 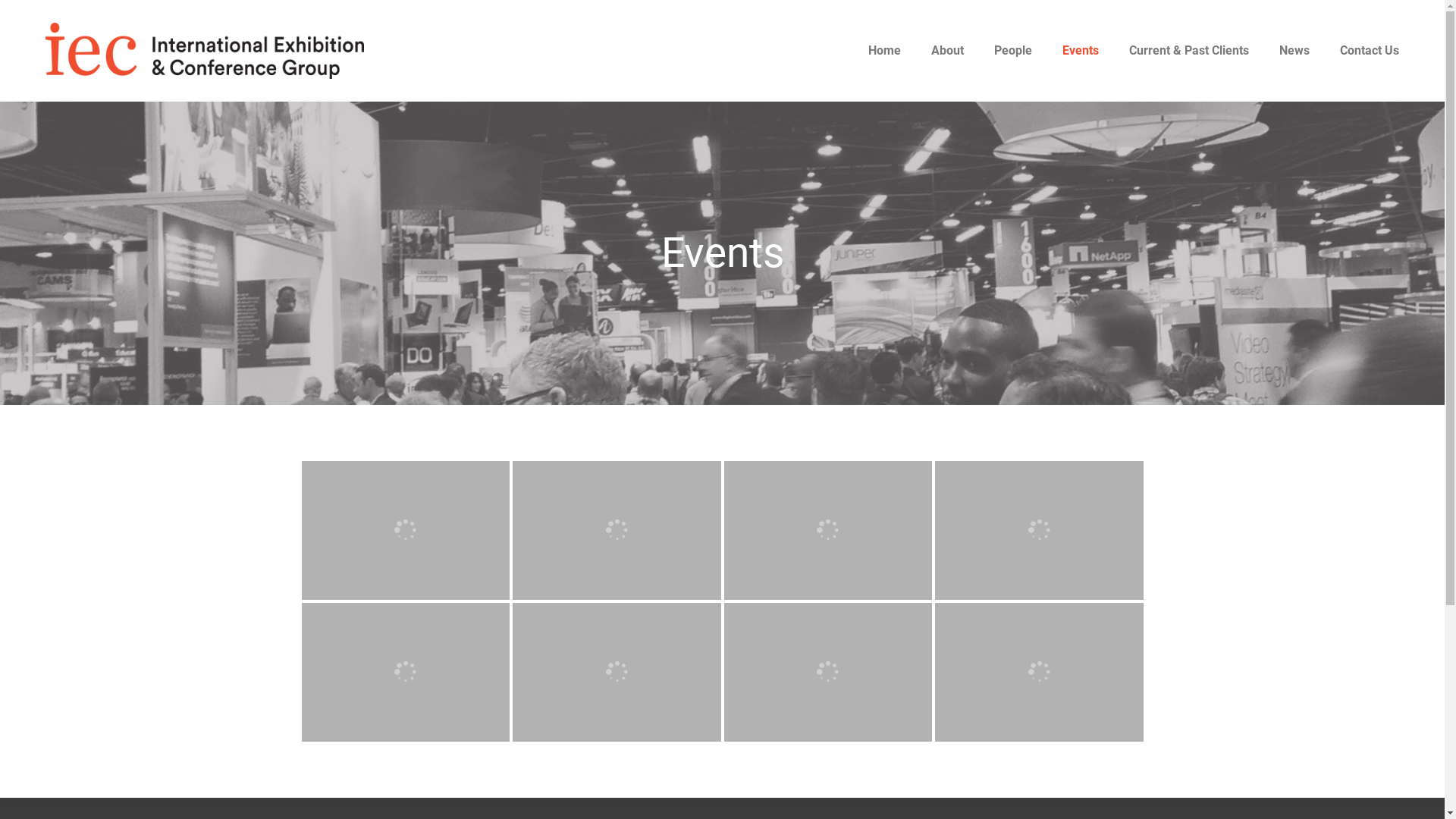 I want to click on 'Contact Us', so click(x=1369, y=49).